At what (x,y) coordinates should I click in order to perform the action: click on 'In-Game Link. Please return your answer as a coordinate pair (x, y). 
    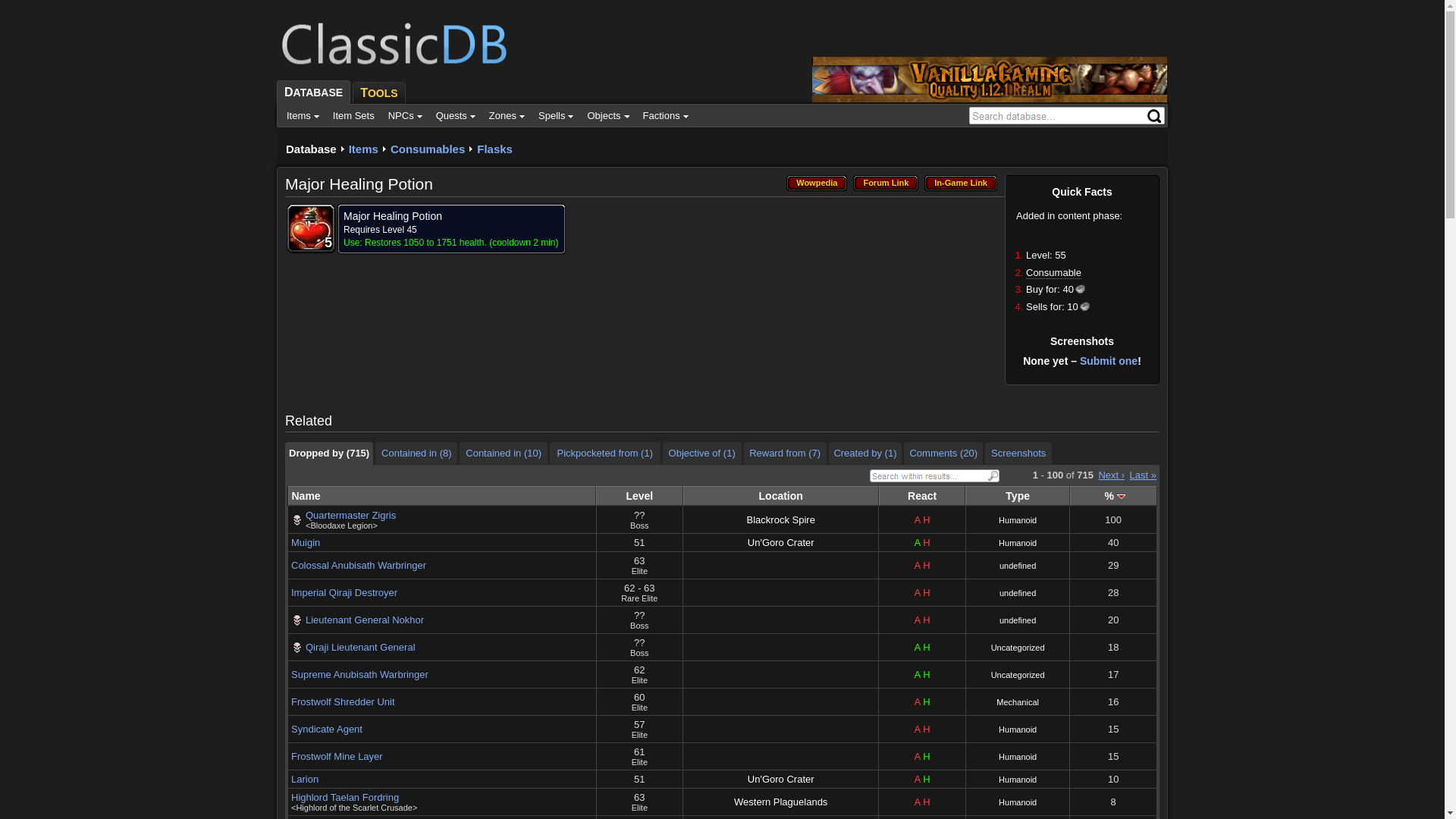
    Looking at the image, I should click on (924, 182).